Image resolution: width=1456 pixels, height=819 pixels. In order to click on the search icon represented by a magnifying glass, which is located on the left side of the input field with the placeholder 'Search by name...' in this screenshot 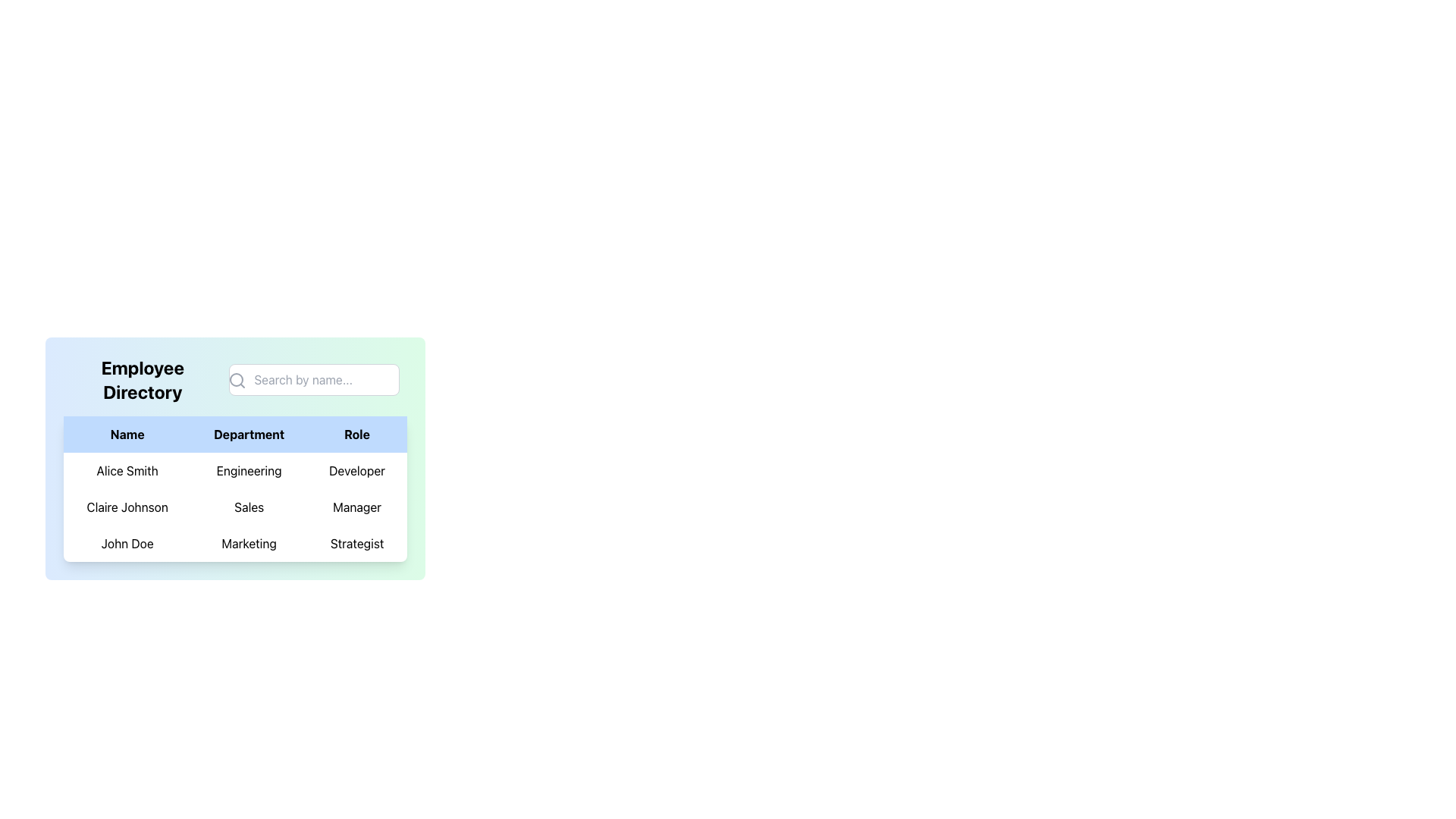, I will do `click(236, 379)`.